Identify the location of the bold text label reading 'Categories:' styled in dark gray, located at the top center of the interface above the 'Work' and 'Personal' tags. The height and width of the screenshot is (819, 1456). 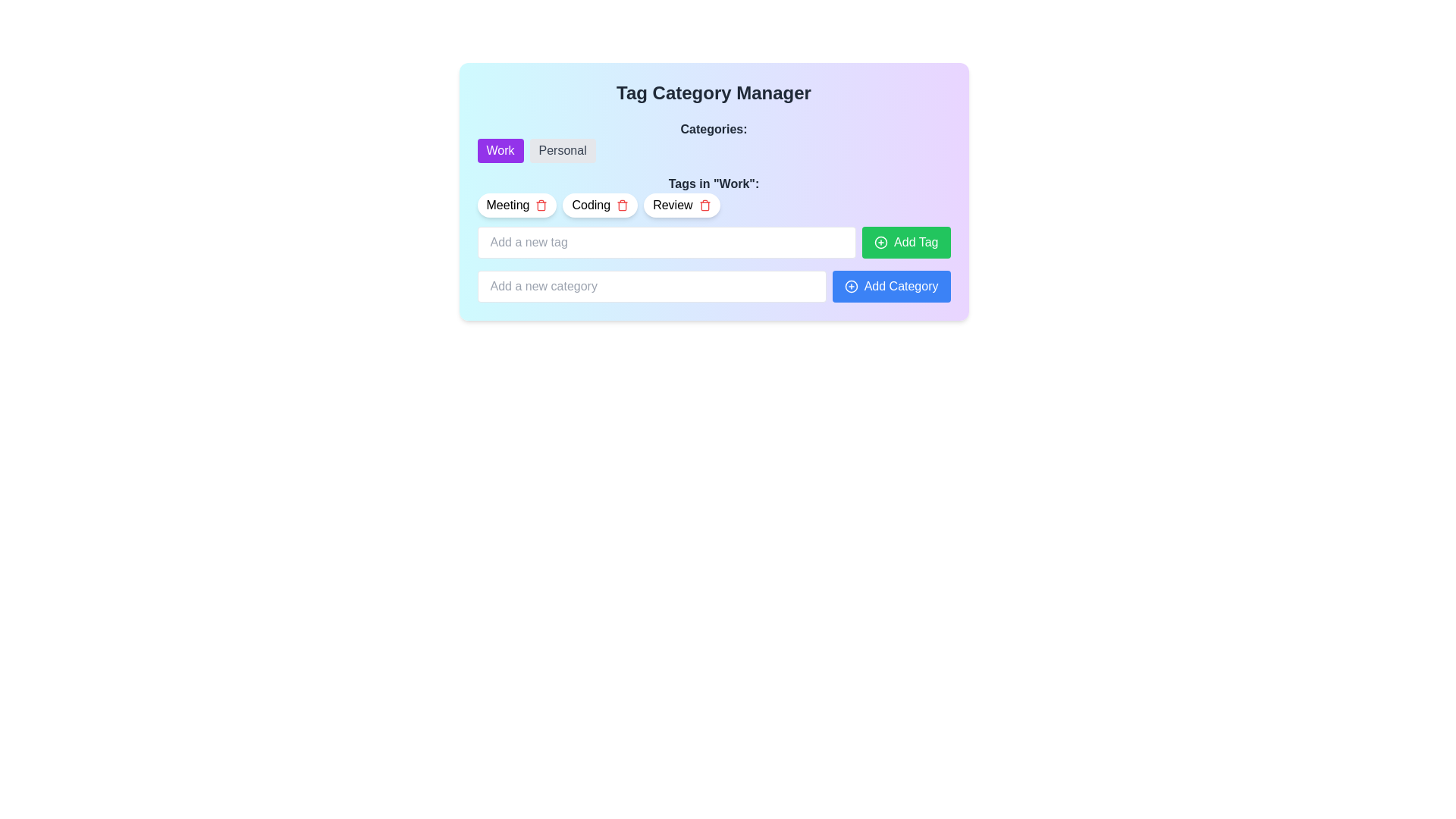
(713, 128).